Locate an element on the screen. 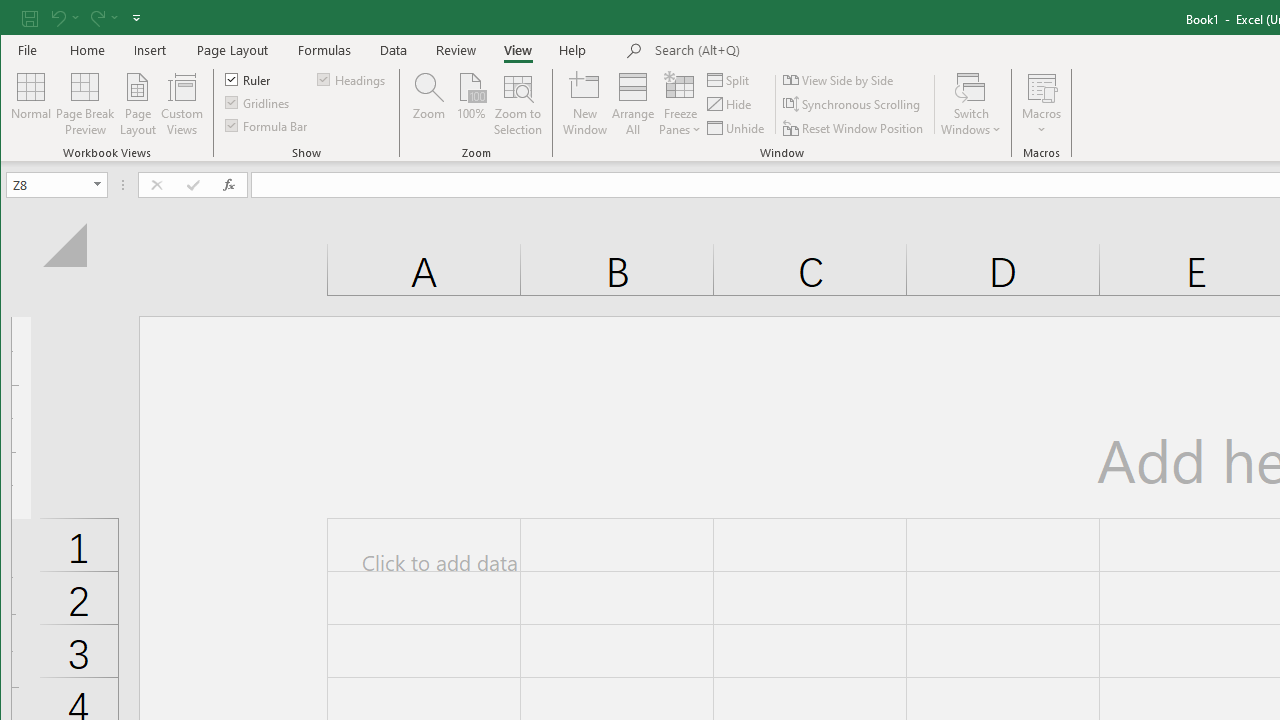 The height and width of the screenshot is (720, 1280). 'Undo' is located at coordinates (64, 17).